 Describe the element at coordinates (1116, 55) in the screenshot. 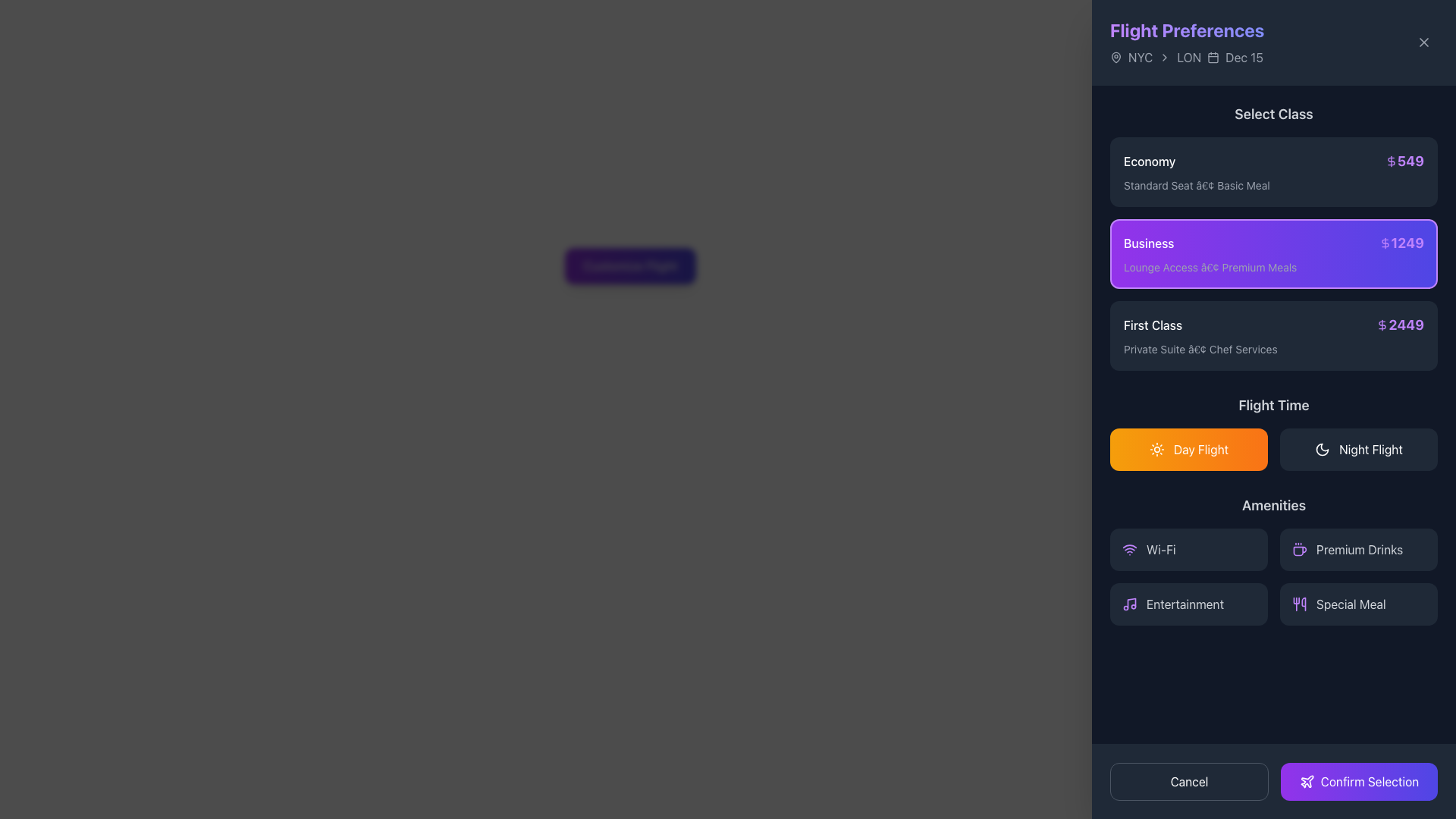

I see `the location marker icon represented by a pin-shaped design located in the top-left corner of the flight information panel, just before the text 'NYC'` at that location.